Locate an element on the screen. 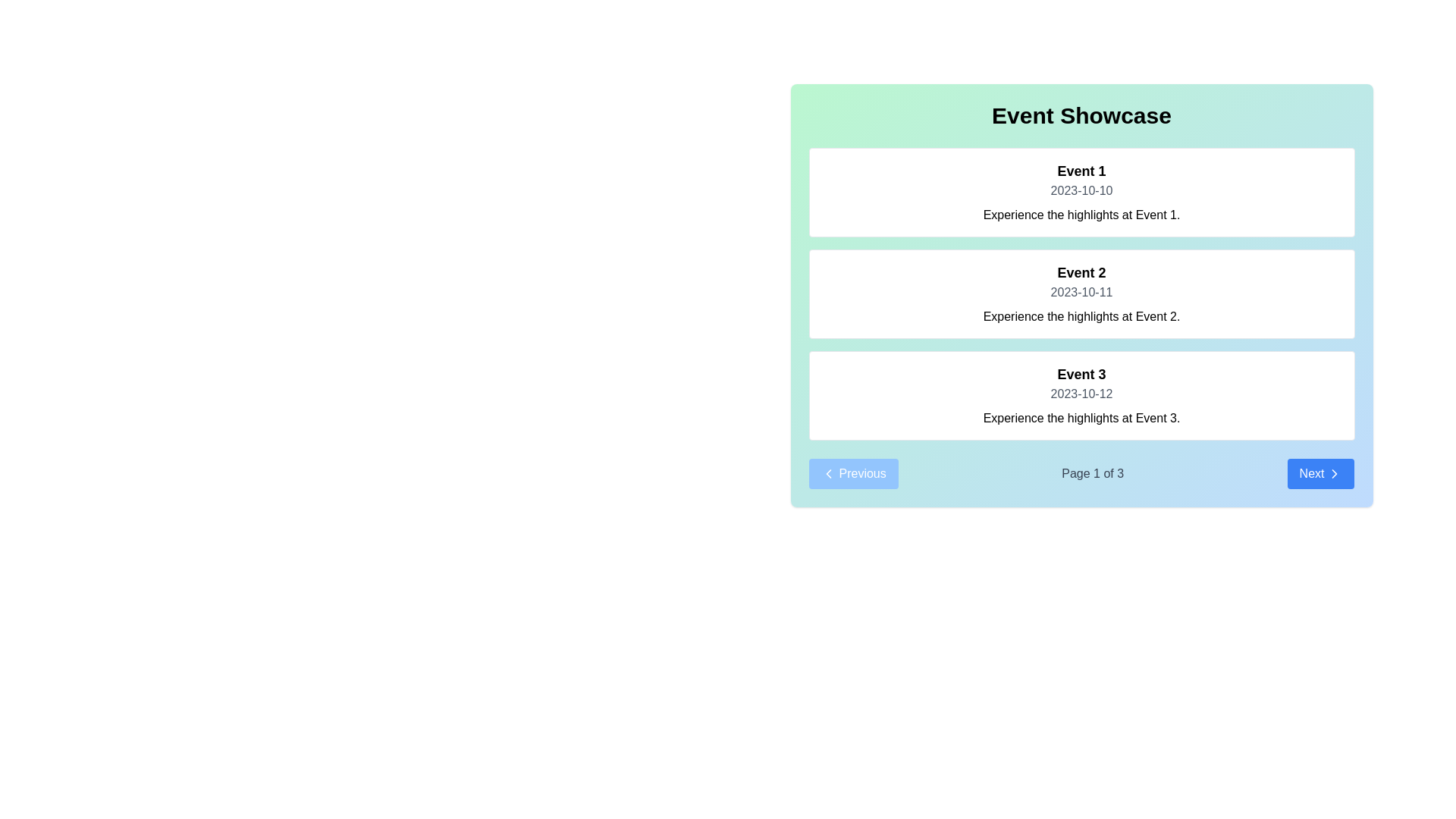 The image size is (1456, 819). the descriptive Text label for 'Event 1' located at the bottom of its card, which summarizes its main attraction or details is located at coordinates (1081, 215).